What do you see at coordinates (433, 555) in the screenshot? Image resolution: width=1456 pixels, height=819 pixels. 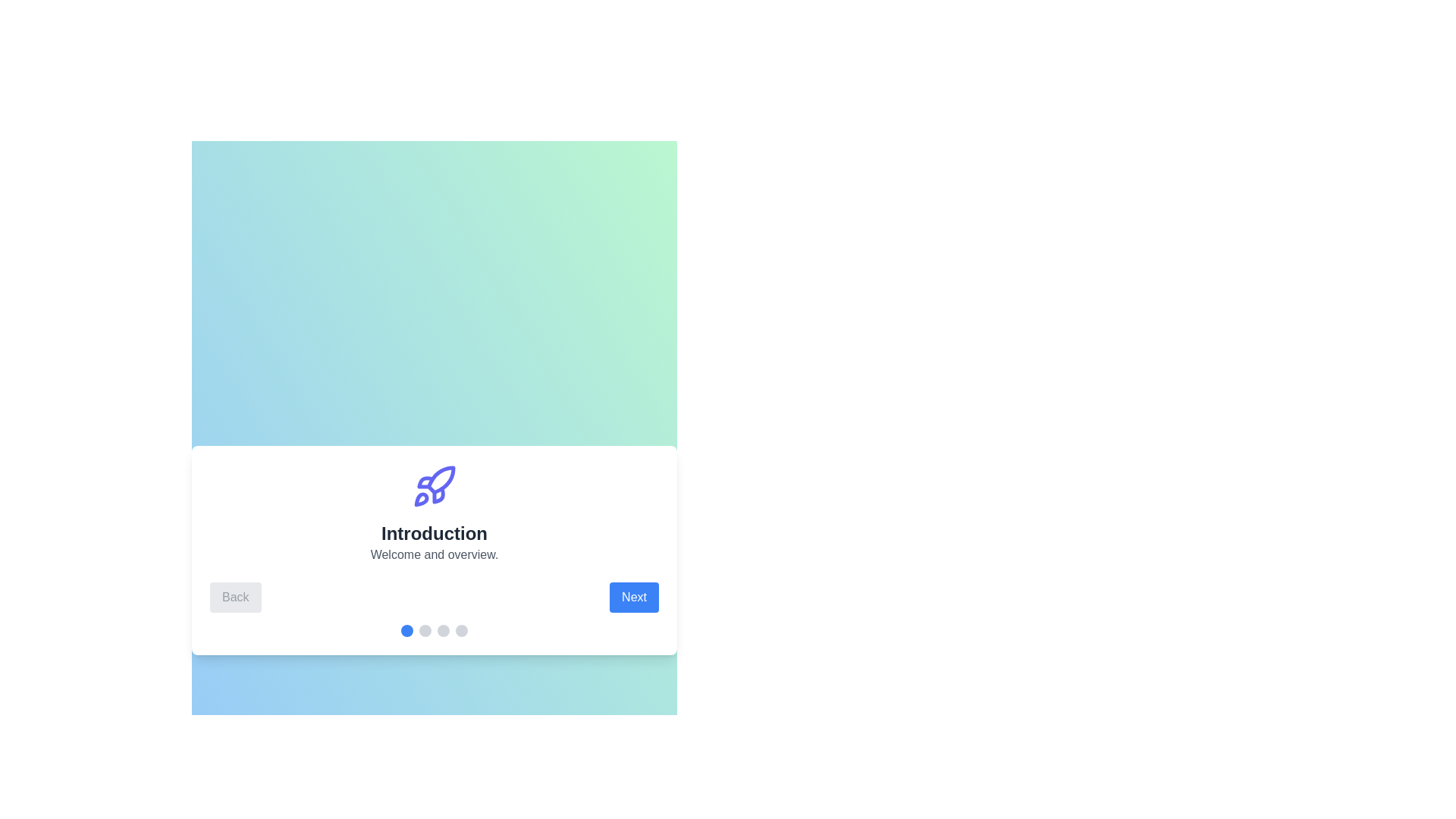 I see `the description text to select it` at bounding box center [433, 555].